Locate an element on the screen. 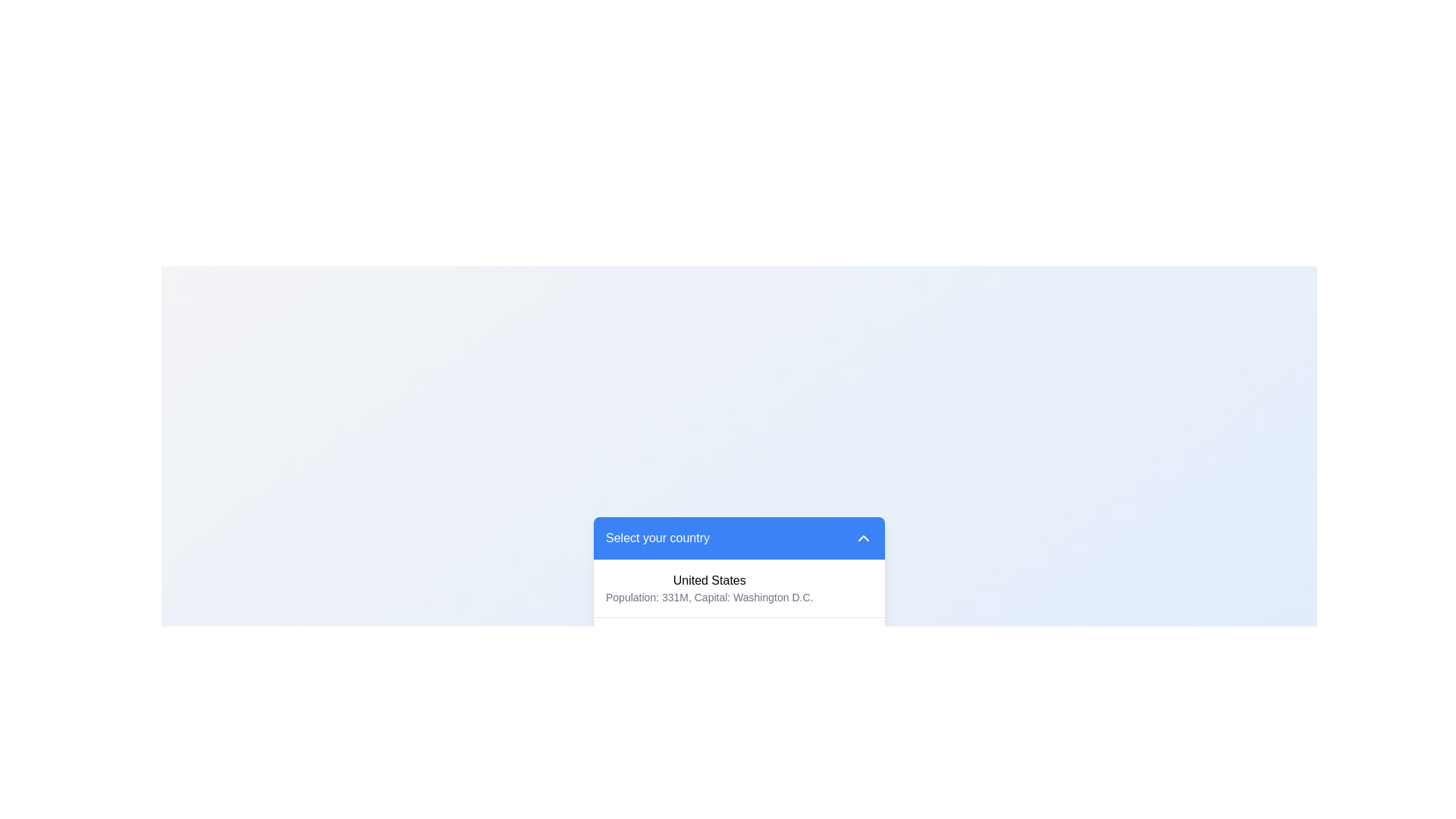 The height and width of the screenshot is (819, 1456). the text label displaying 'Population: 331M, Capital: Washington D.C.' which is located below the title 'United States' within the dropdown section titled 'Select your country' is located at coordinates (708, 596).